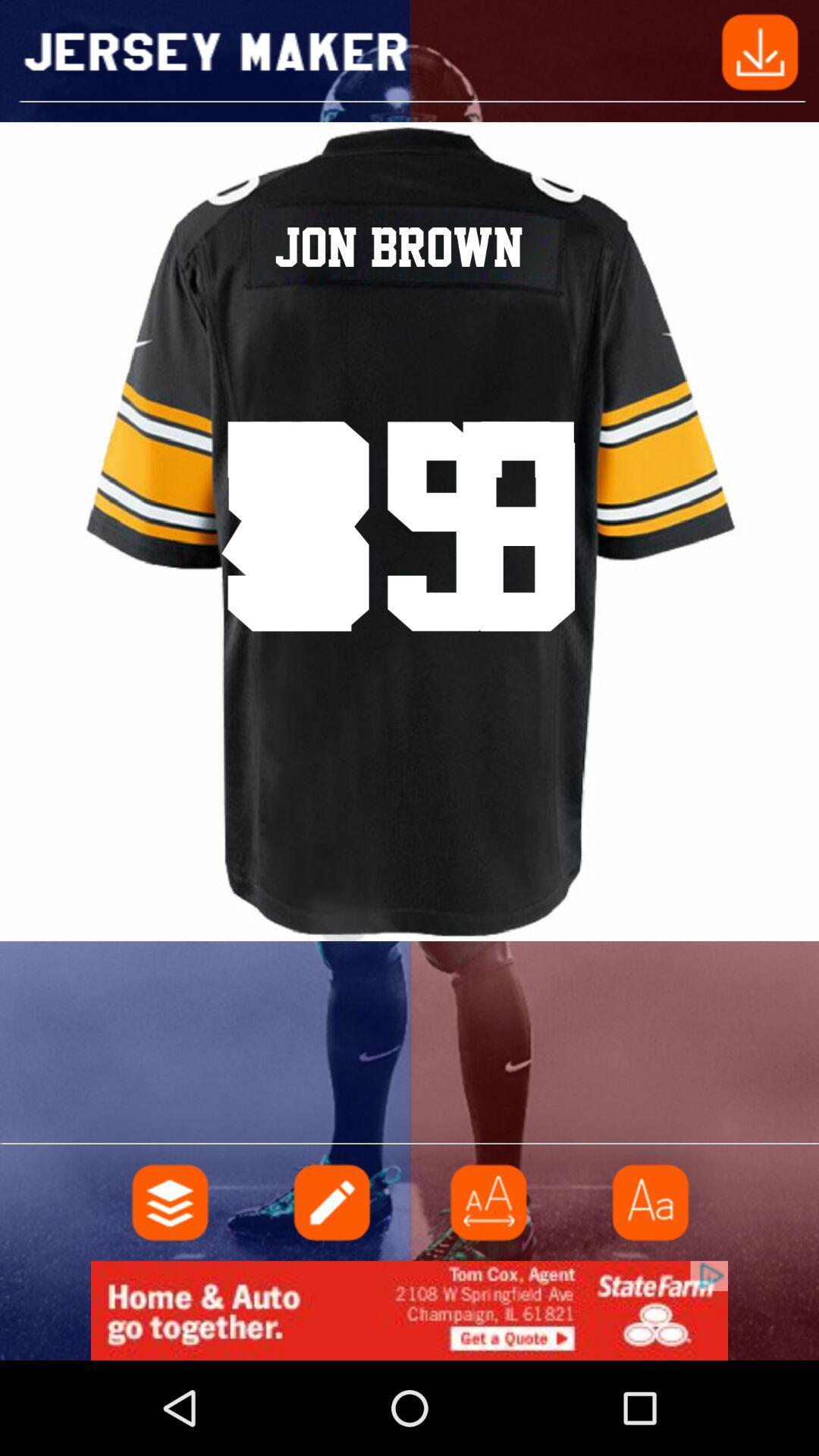  Describe the element at coordinates (170, 1201) in the screenshot. I see `options` at that location.